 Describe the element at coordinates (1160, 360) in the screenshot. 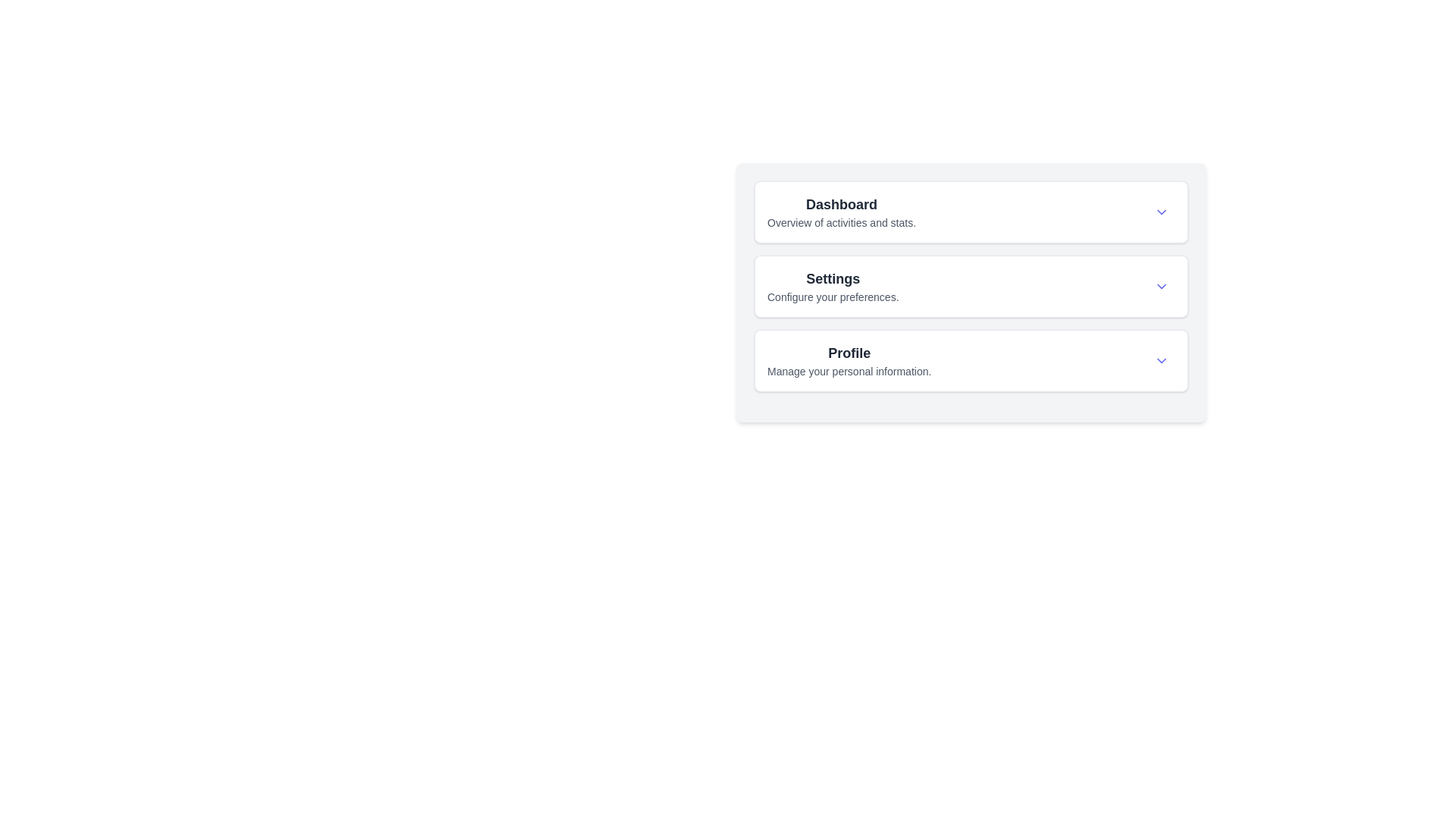

I see `the chevron icon for the 'Profile' section` at that location.